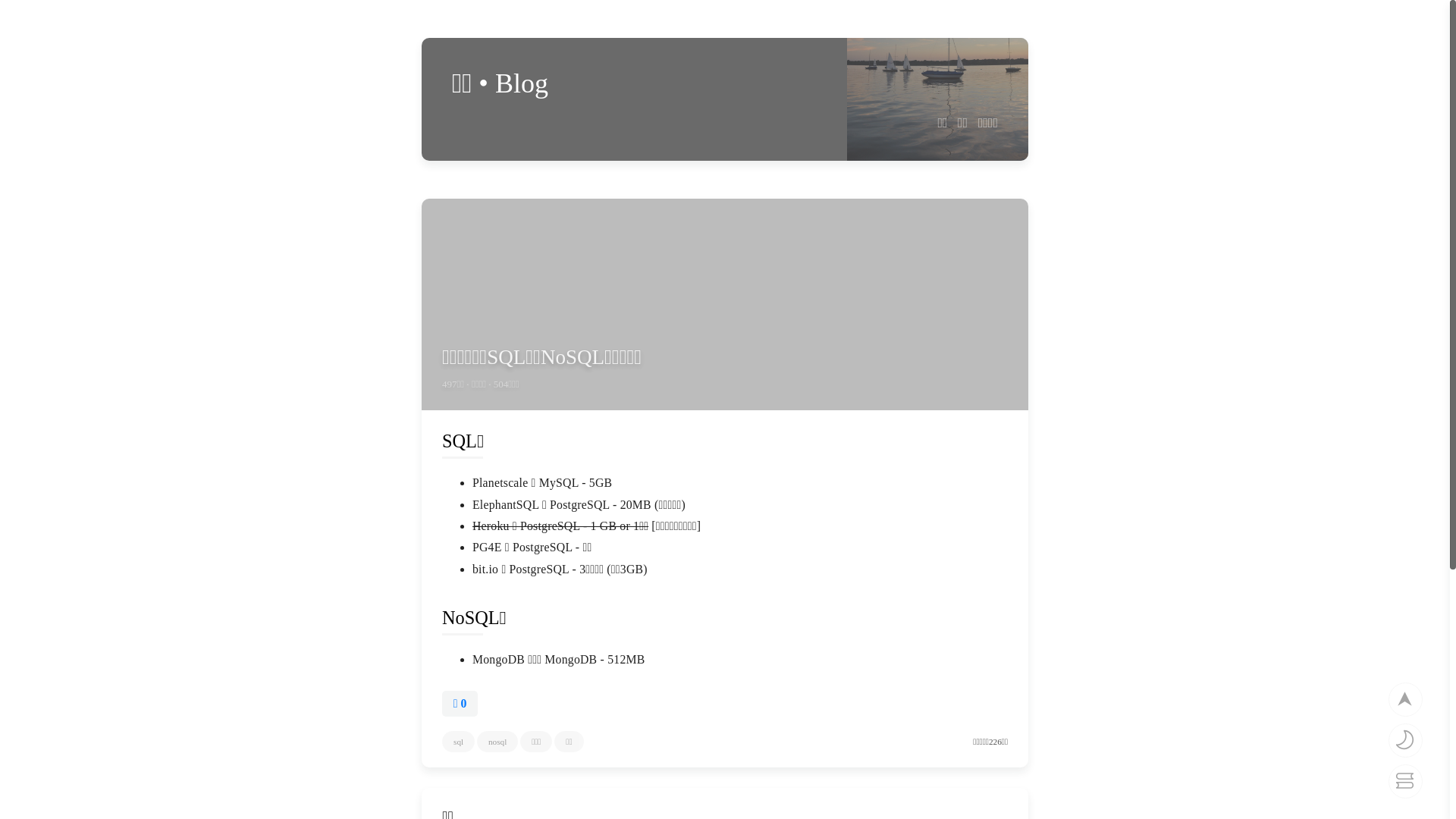 The image size is (1456, 819). What do you see at coordinates (457, 741) in the screenshot?
I see `'sql'` at bounding box center [457, 741].